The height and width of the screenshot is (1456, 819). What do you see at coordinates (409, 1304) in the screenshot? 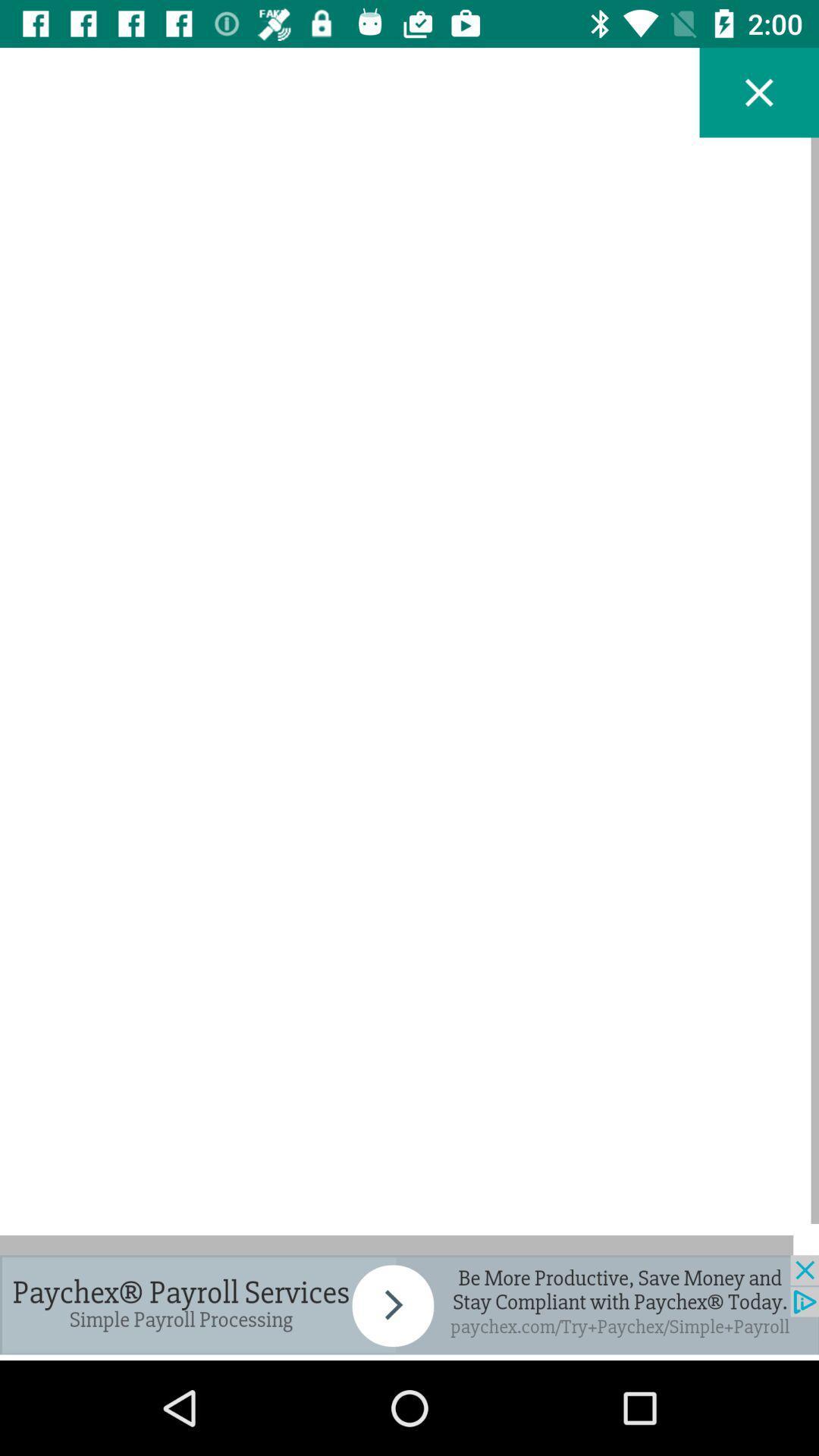
I see `this advertisement` at bounding box center [409, 1304].